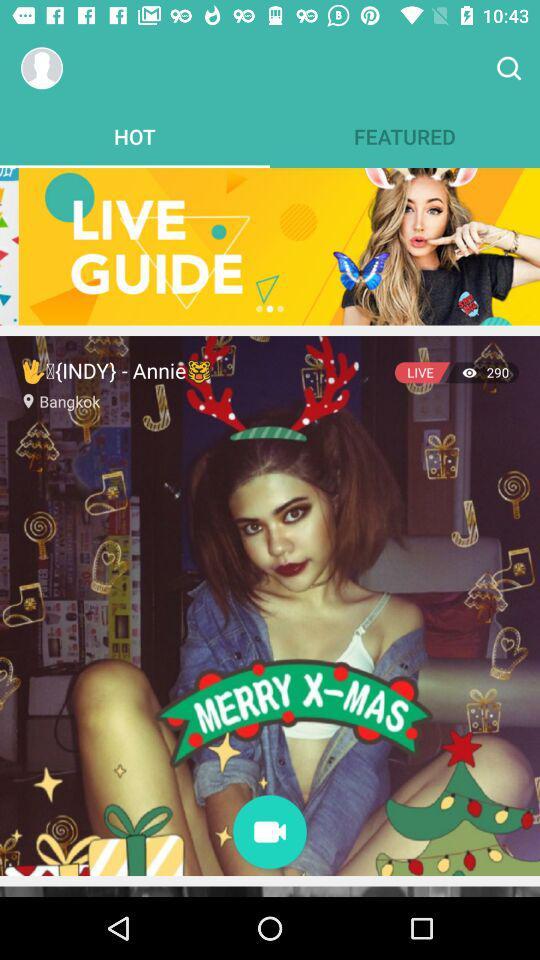 The image size is (540, 960). I want to click on profile, so click(42, 68).